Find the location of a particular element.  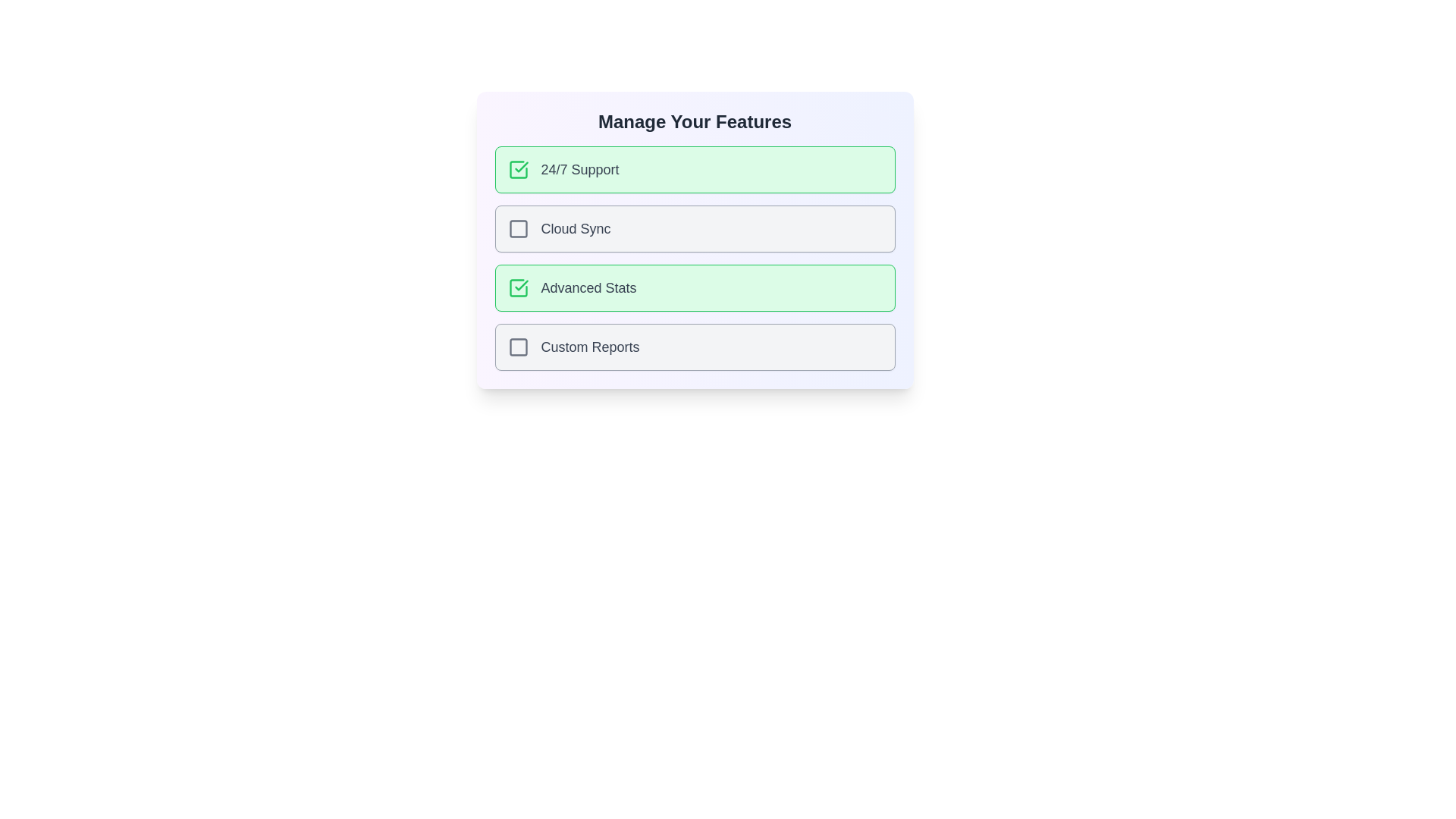

the third selectable option box in the vertical list, which is positioned below 'Cloud Sync' and above 'Custom Reports' is located at coordinates (694, 257).